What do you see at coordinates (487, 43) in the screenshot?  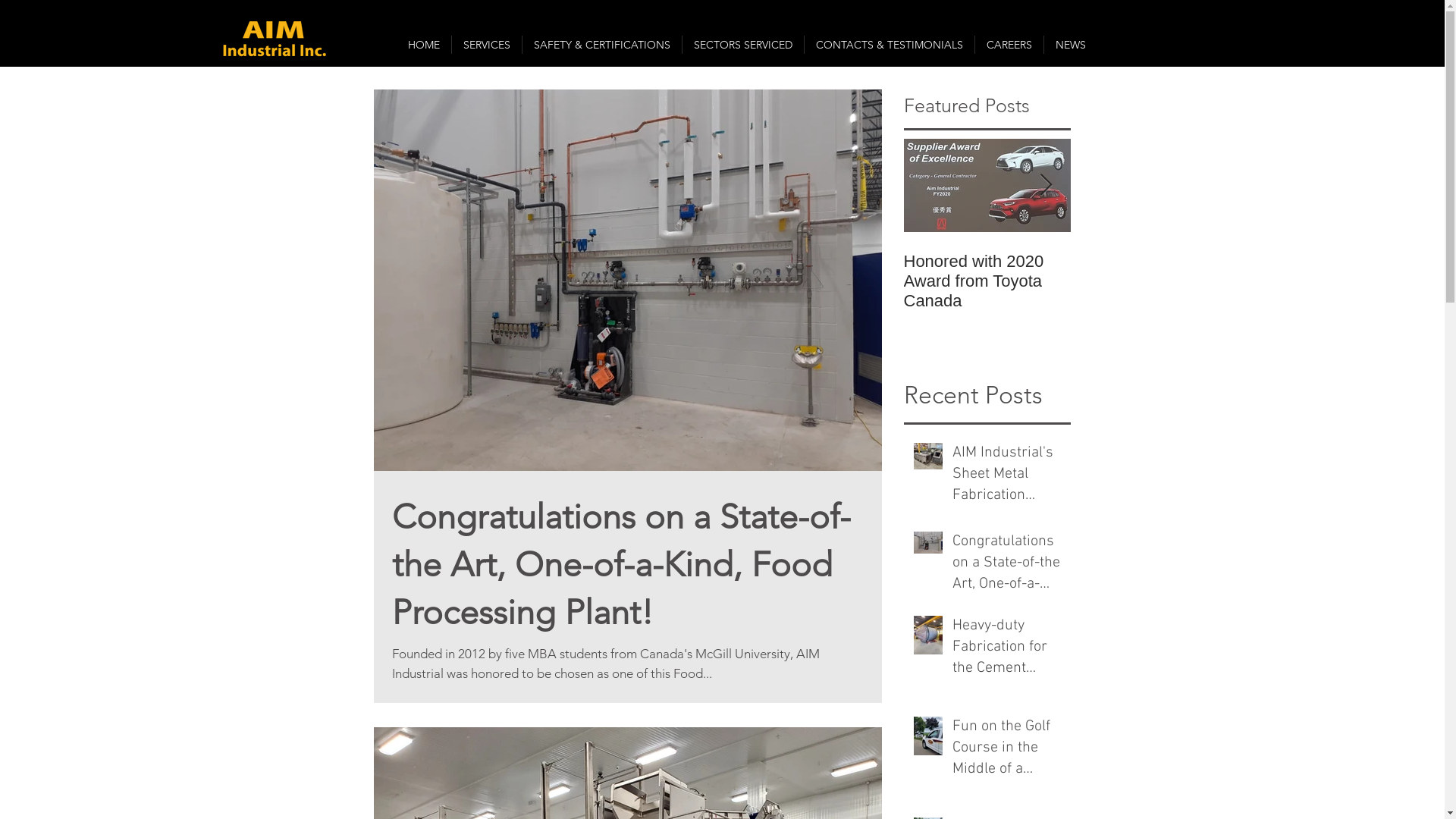 I see `'SERVICES'` at bounding box center [487, 43].